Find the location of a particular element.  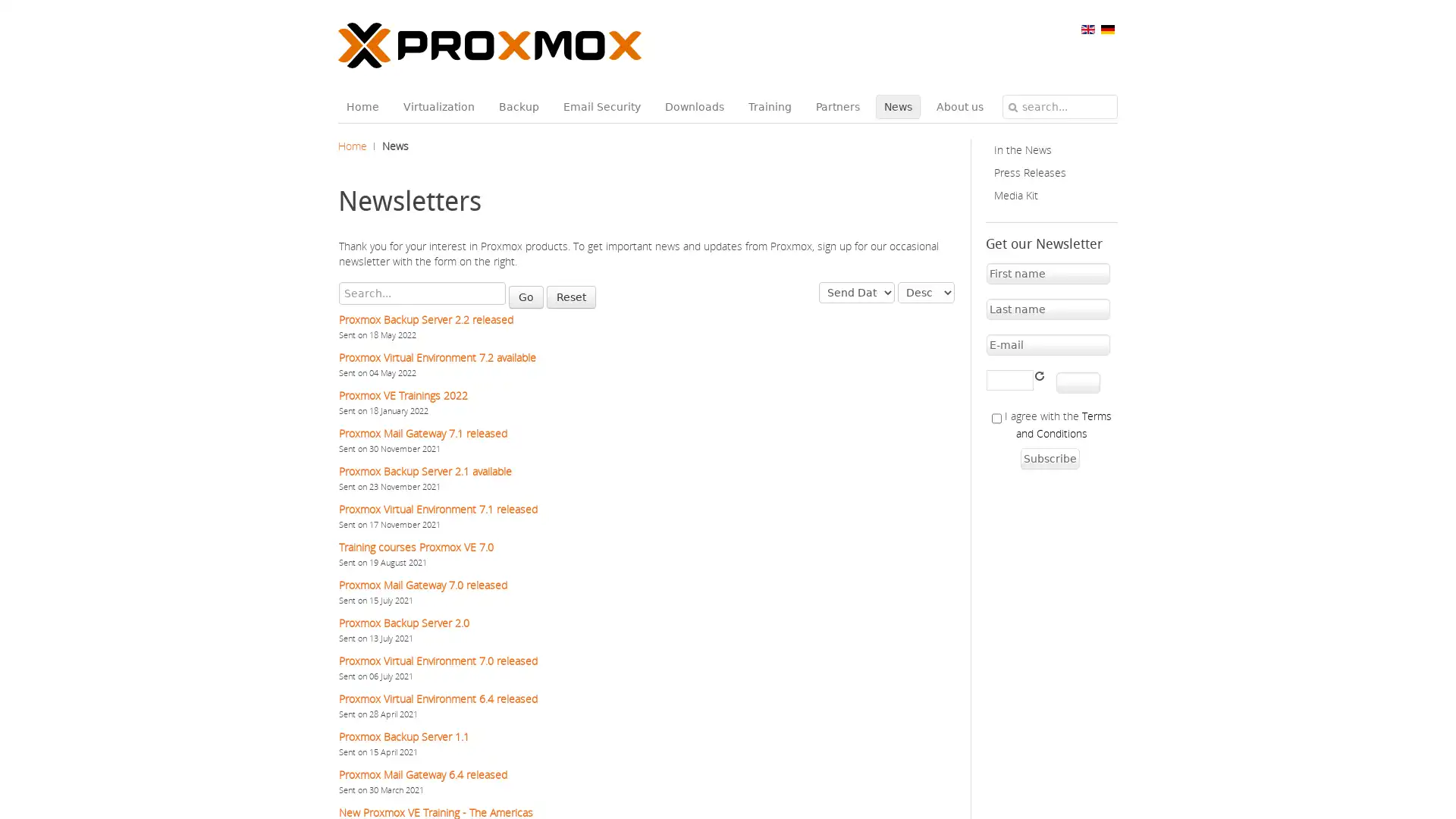

Reset is located at coordinates (570, 297).